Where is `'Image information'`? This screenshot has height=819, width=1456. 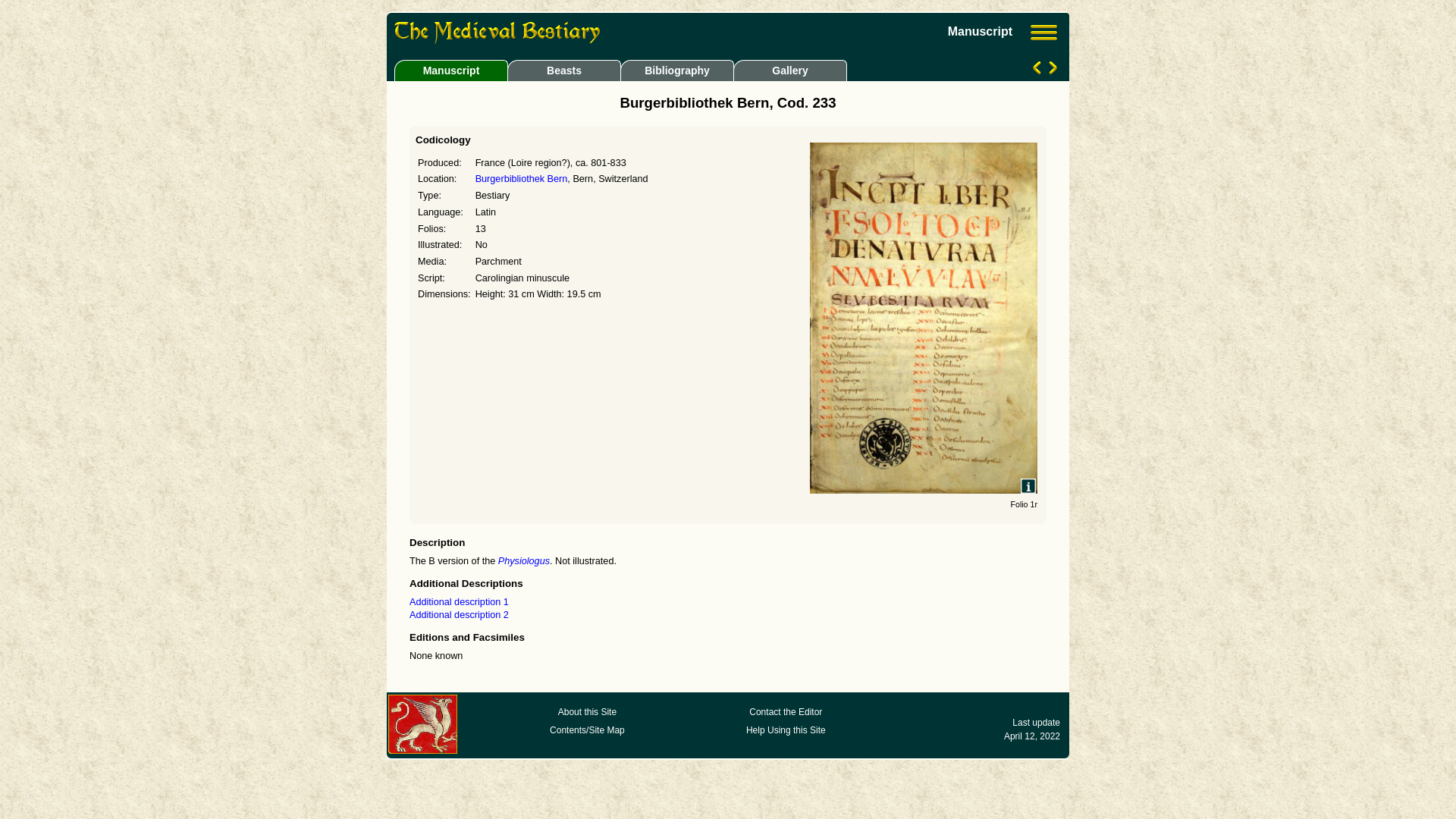
'Image information' is located at coordinates (1028, 485).